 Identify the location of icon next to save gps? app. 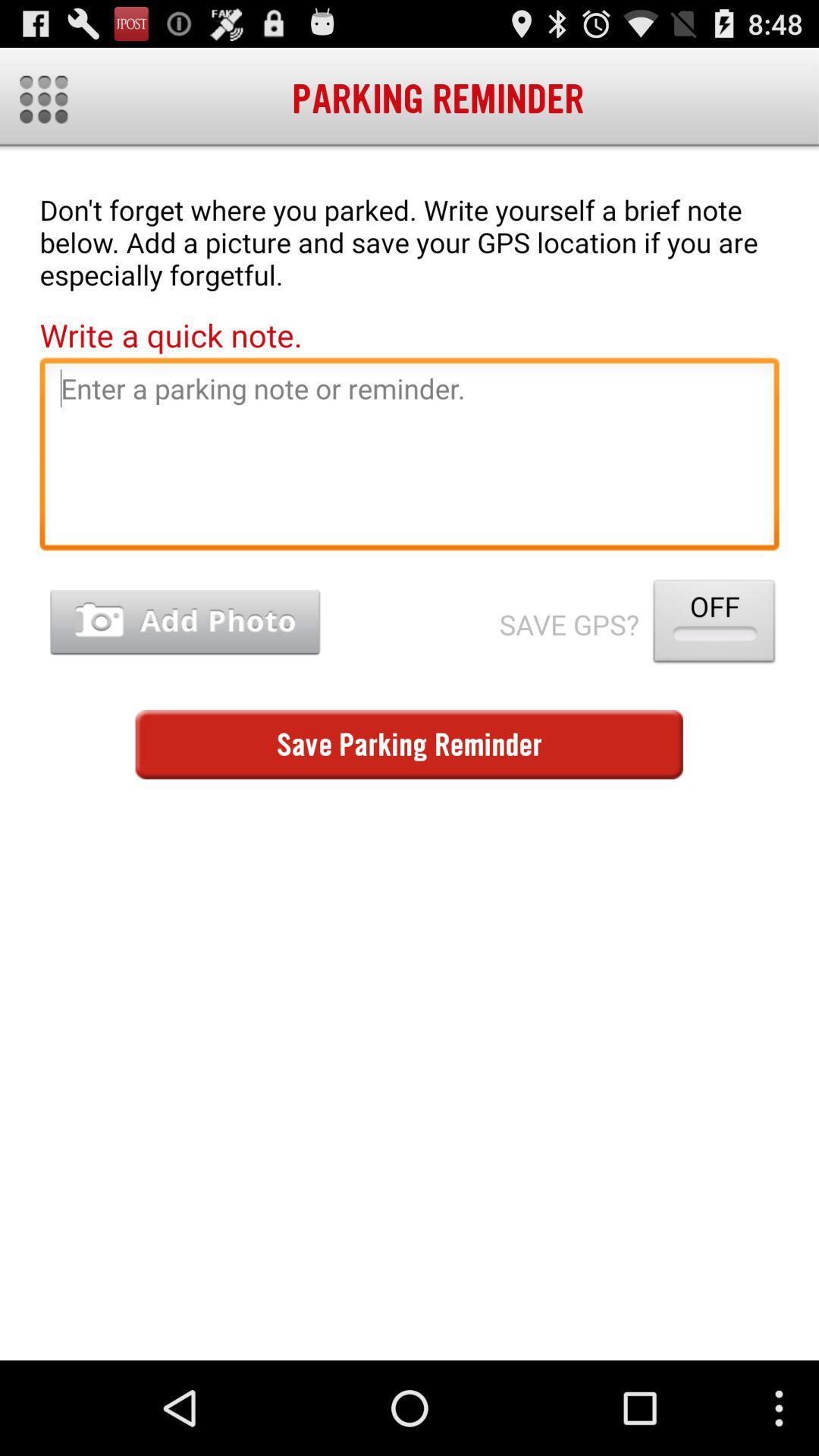
(184, 623).